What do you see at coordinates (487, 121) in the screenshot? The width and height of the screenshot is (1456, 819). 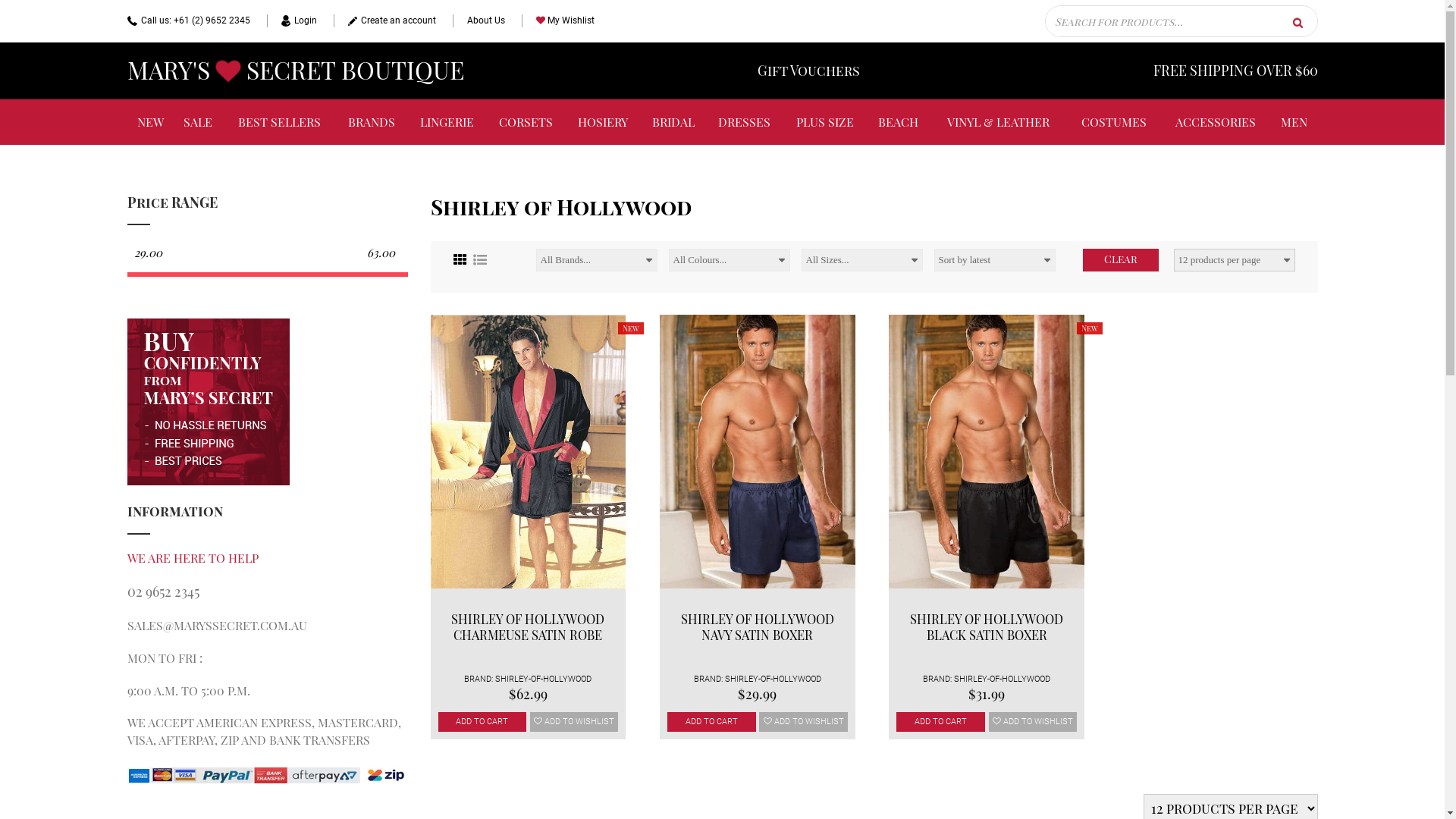 I see `'CORSETS'` at bounding box center [487, 121].